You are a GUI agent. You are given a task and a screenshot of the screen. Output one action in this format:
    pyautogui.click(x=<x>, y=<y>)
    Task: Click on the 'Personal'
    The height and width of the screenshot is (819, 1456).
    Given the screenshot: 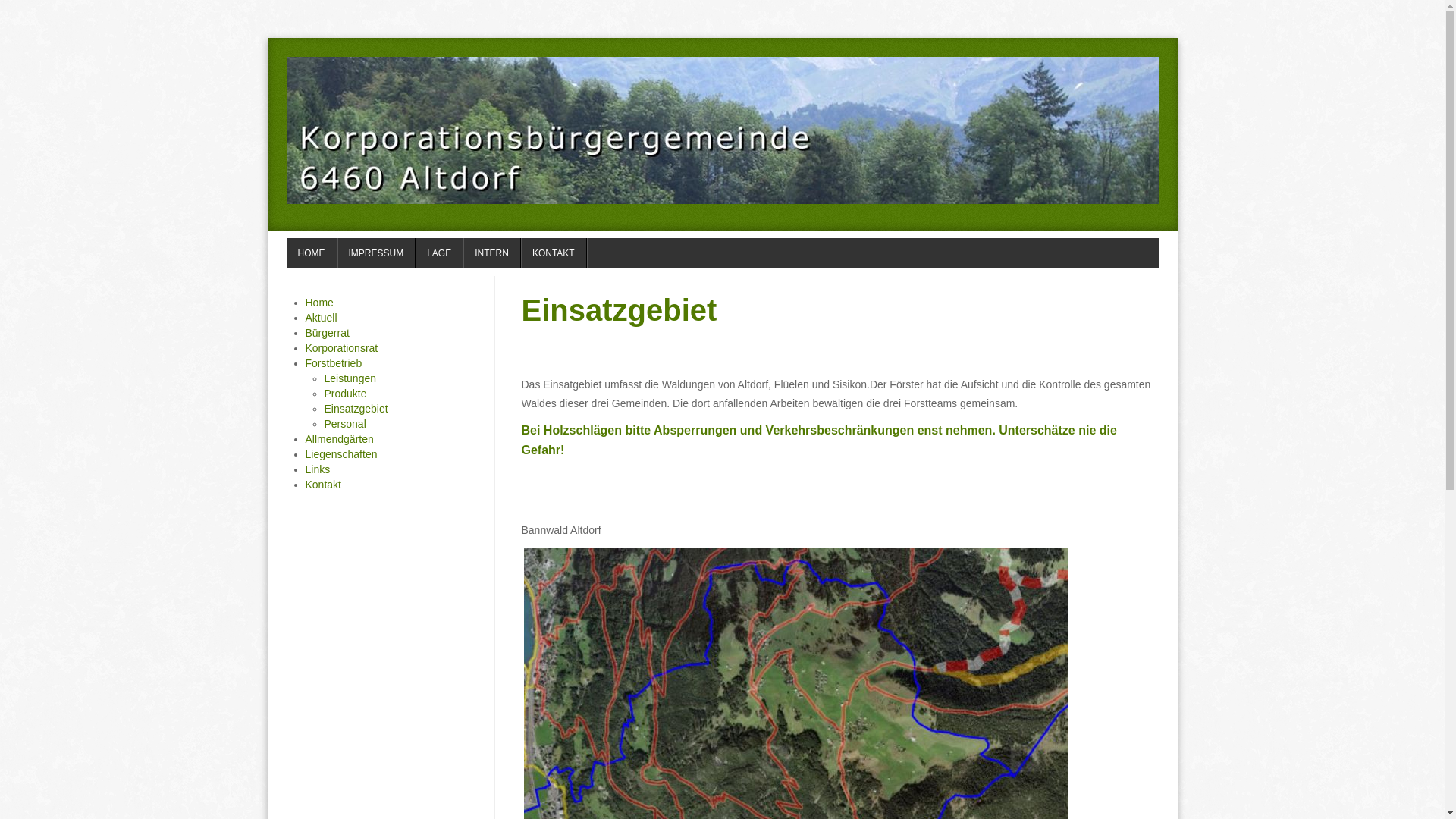 What is the action you would take?
    pyautogui.click(x=344, y=424)
    